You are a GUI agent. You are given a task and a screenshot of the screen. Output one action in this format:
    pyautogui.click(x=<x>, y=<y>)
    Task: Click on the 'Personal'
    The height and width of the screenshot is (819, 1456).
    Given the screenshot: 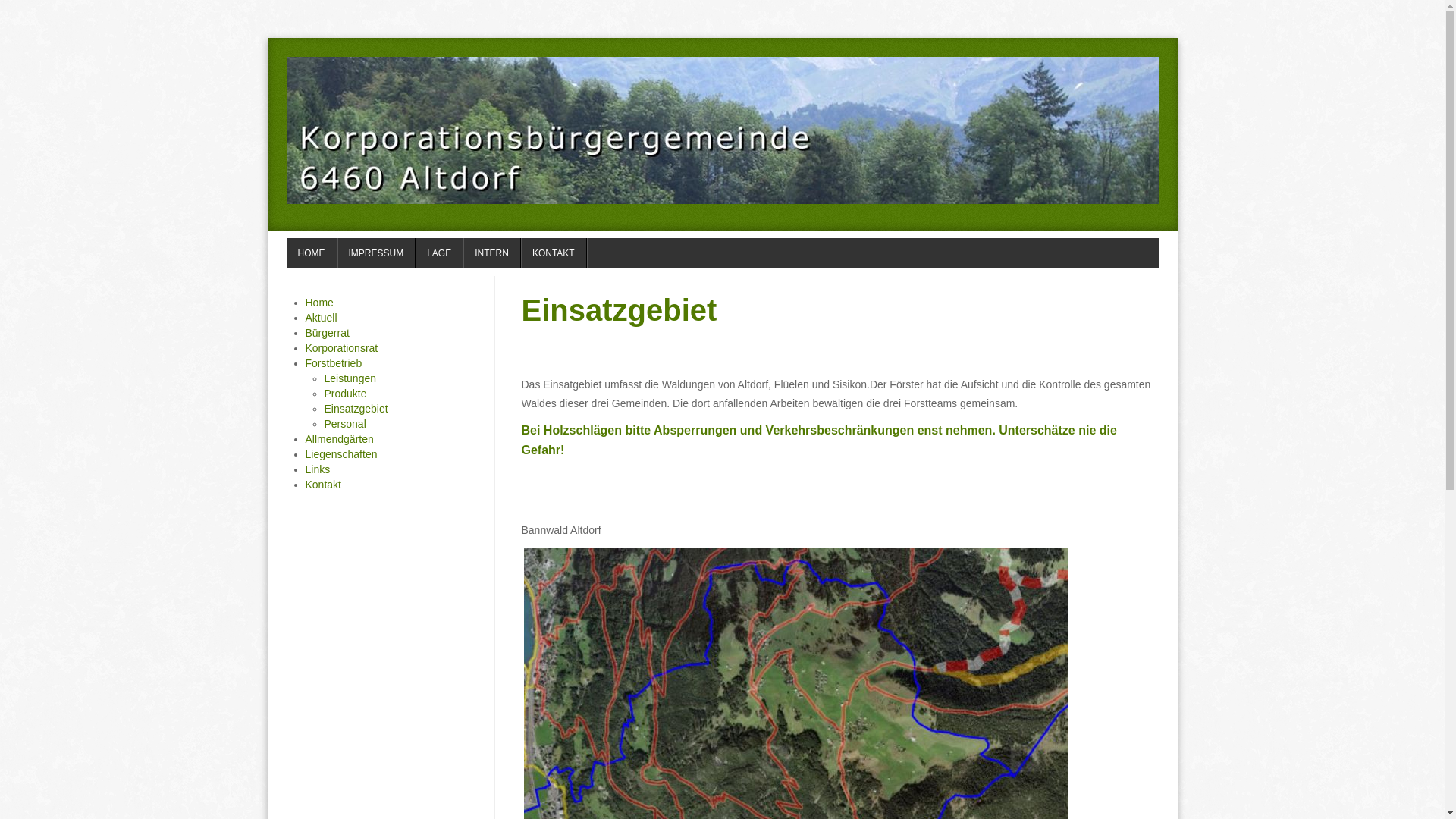 What is the action you would take?
    pyautogui.click(x=344, y=424)
    